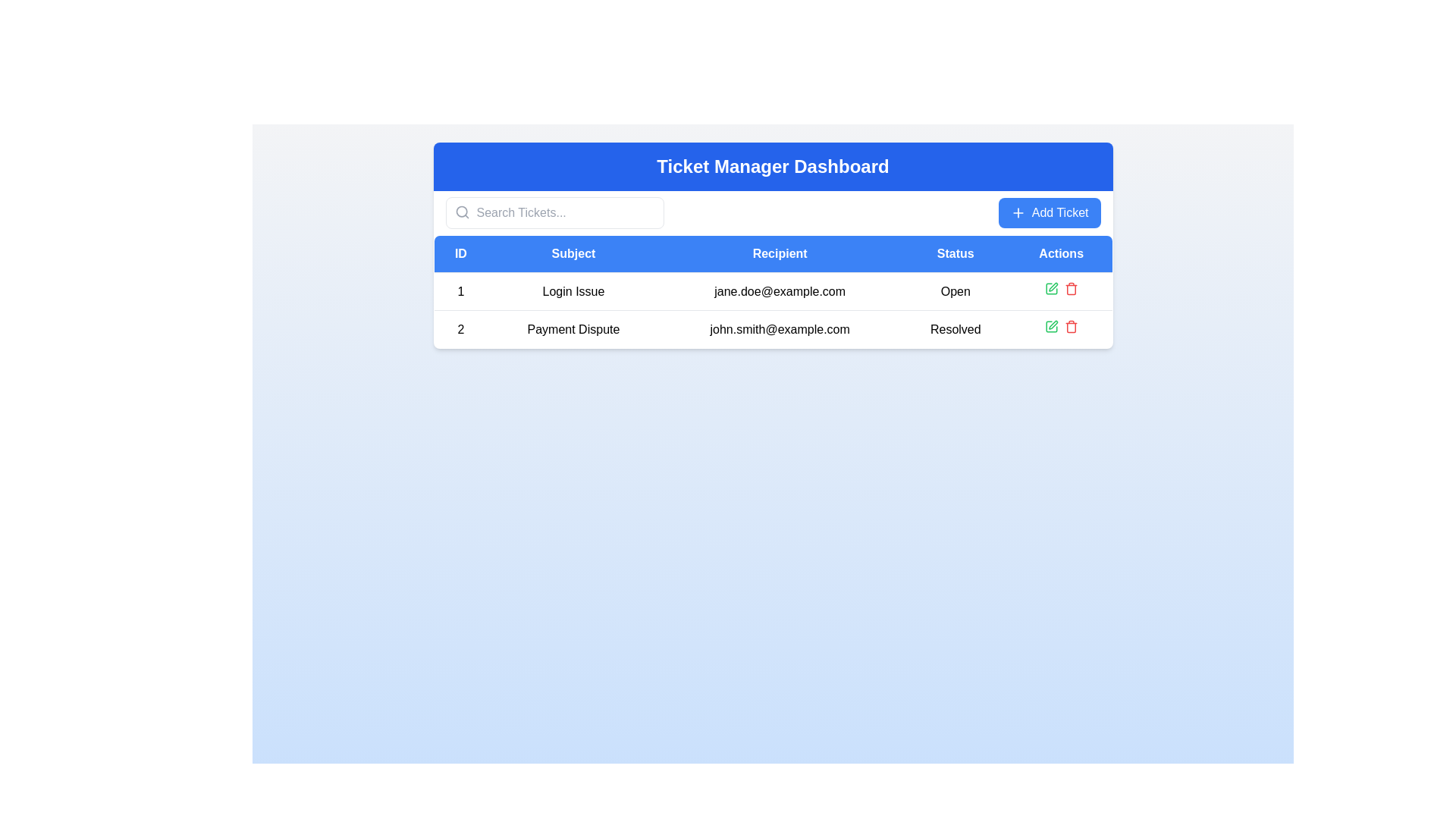  Describe the element at coordinates (1018, 213) in the screenshot. I see `the SVG Icon indicating an addition action, located to the left of the 'Add Ticket' text inside the blue rectangular button at the top-right corner of the interface` at that location.